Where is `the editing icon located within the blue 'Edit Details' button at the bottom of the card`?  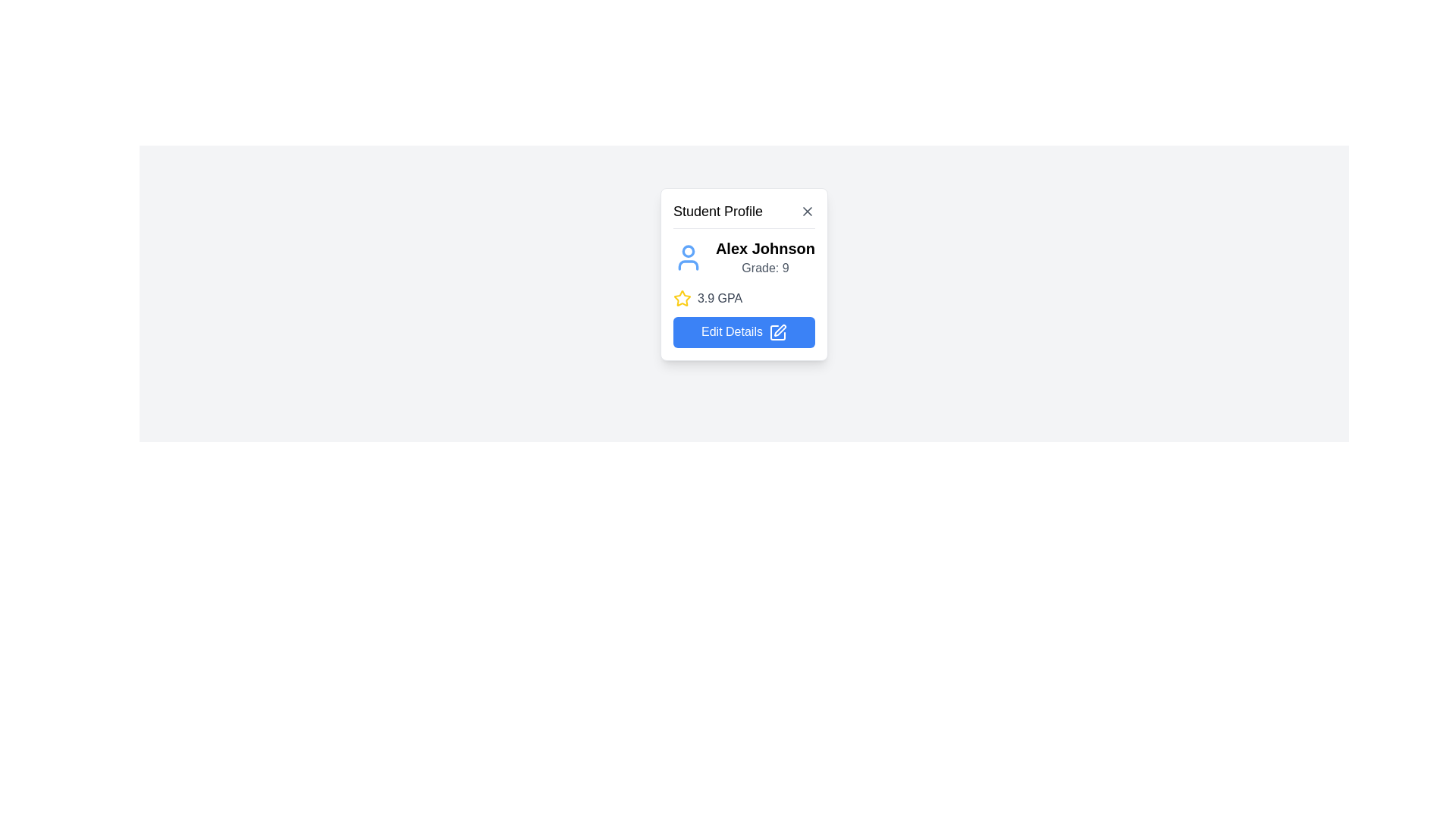 the editing icon located within the blue 'Edit Details' button at the bottom of the card is located at coordinates (777, 331).